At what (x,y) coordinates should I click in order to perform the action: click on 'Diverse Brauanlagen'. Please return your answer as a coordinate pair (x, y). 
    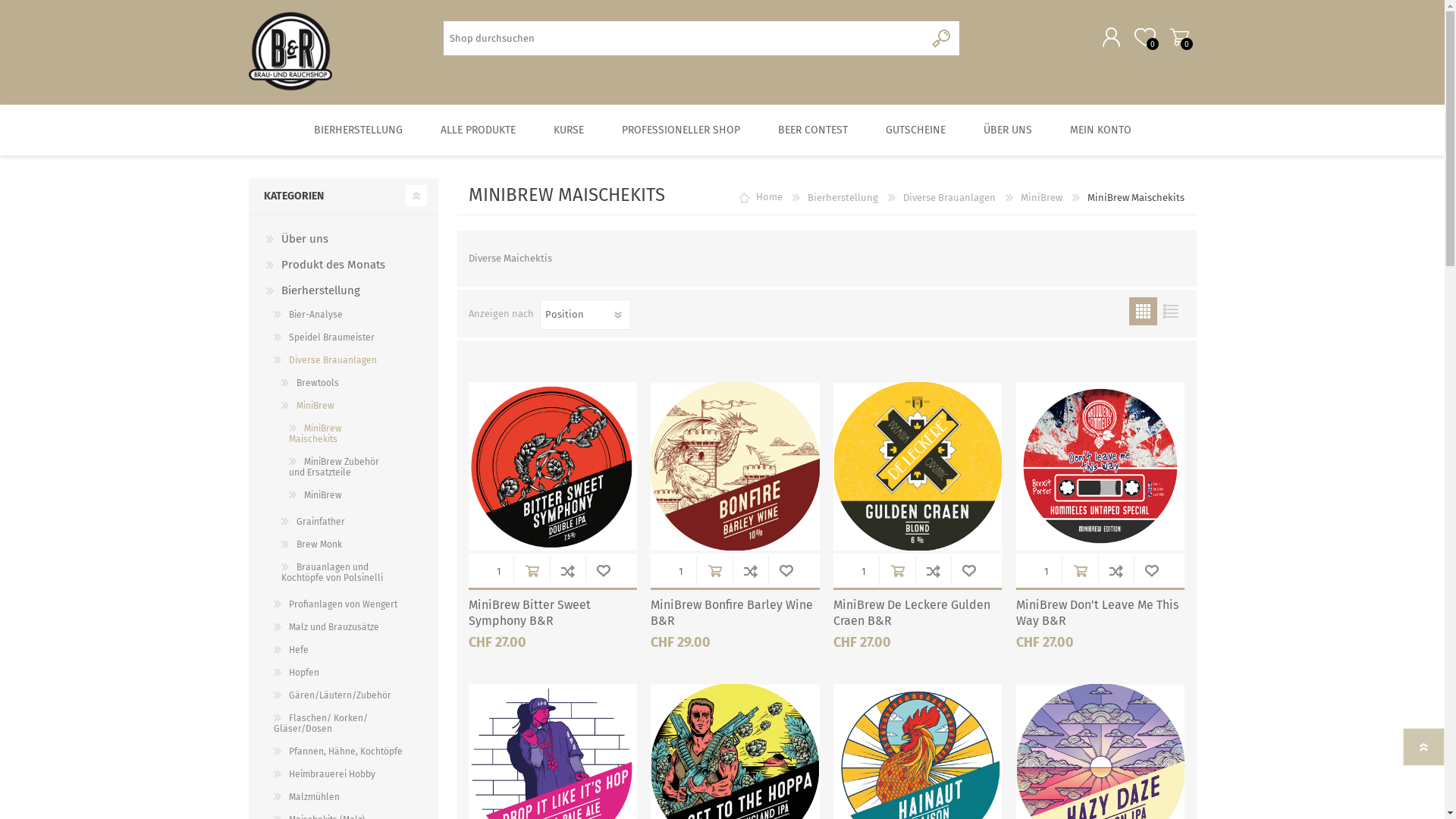
    Looking at the image, I should click on (324, 359).